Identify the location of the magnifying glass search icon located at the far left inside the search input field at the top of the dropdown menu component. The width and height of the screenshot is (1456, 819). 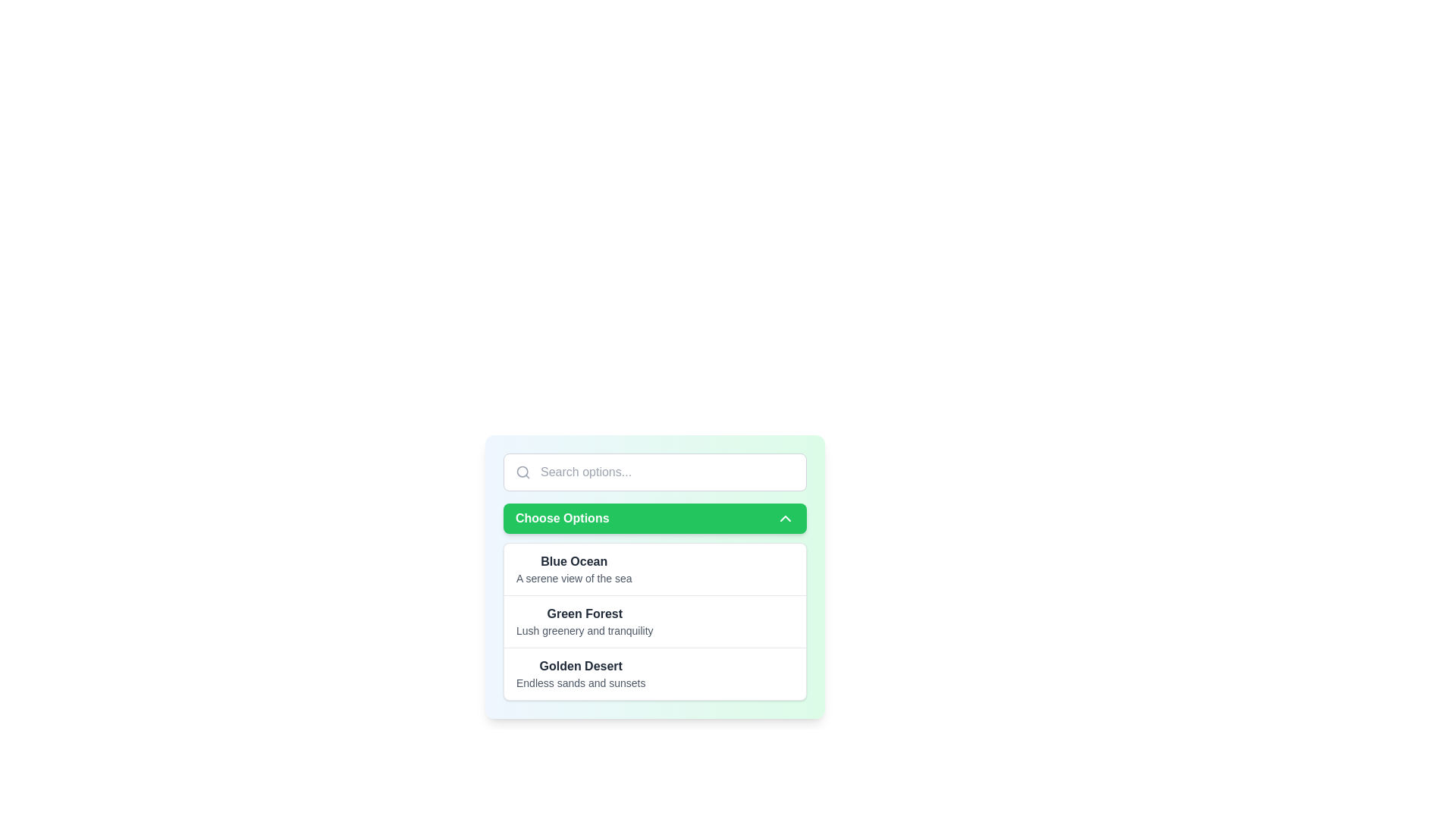
(523, 472).